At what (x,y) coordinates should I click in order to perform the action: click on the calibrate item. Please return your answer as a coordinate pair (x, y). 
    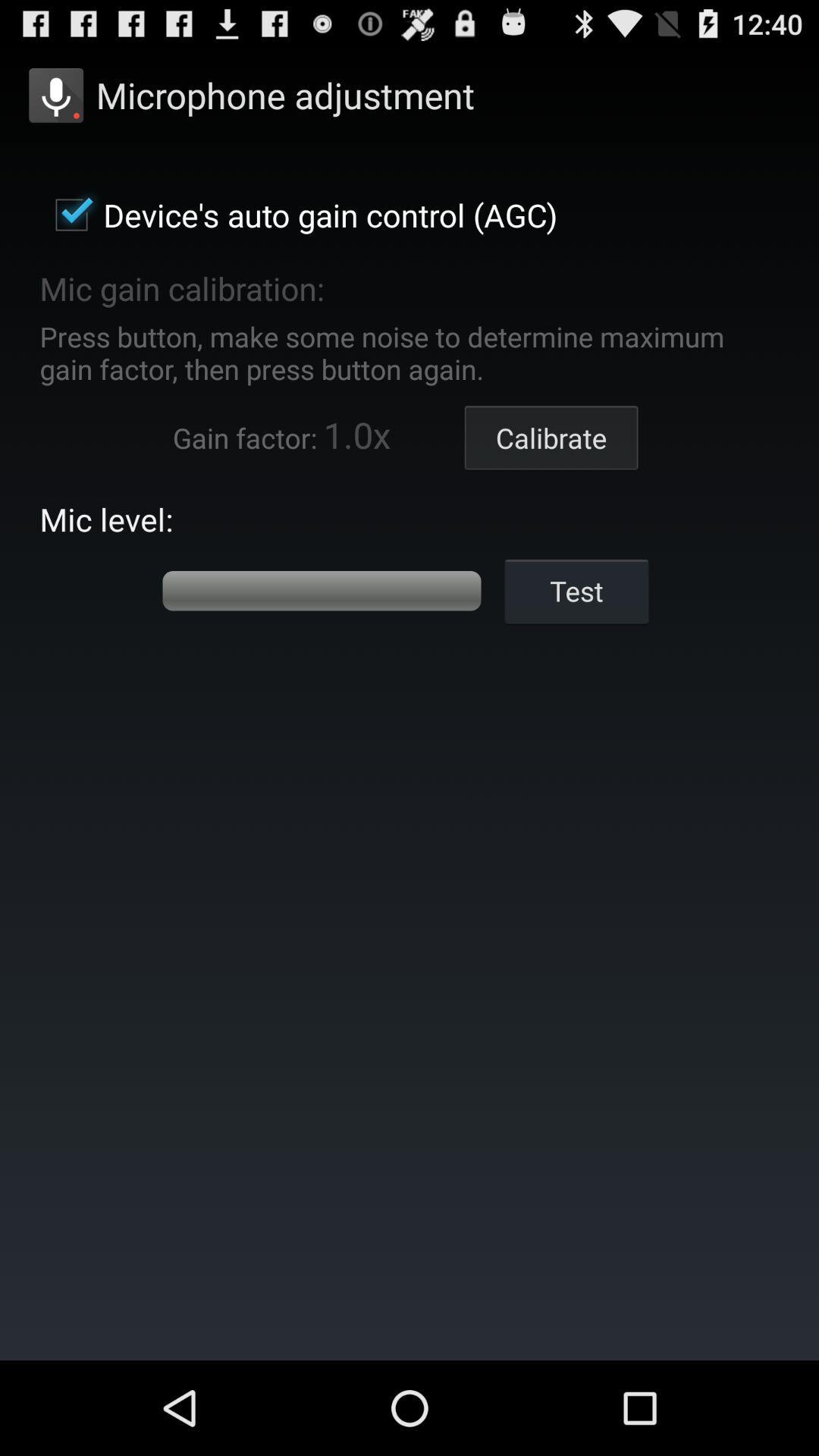
    Looking at the image, I should click on (551, 437).